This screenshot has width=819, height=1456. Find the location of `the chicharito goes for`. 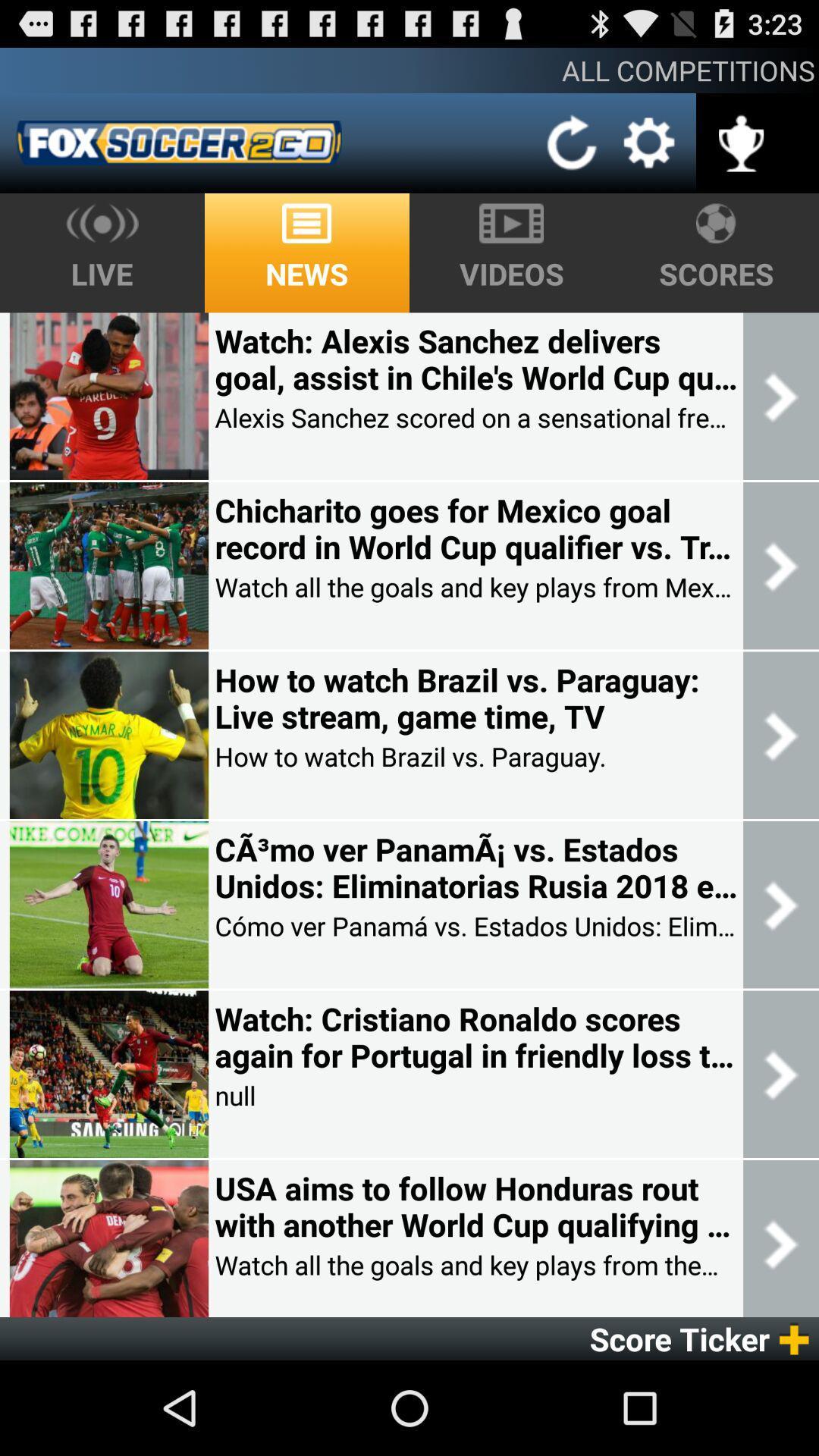

the chicharito goes for is located at coordinates (475, 529).